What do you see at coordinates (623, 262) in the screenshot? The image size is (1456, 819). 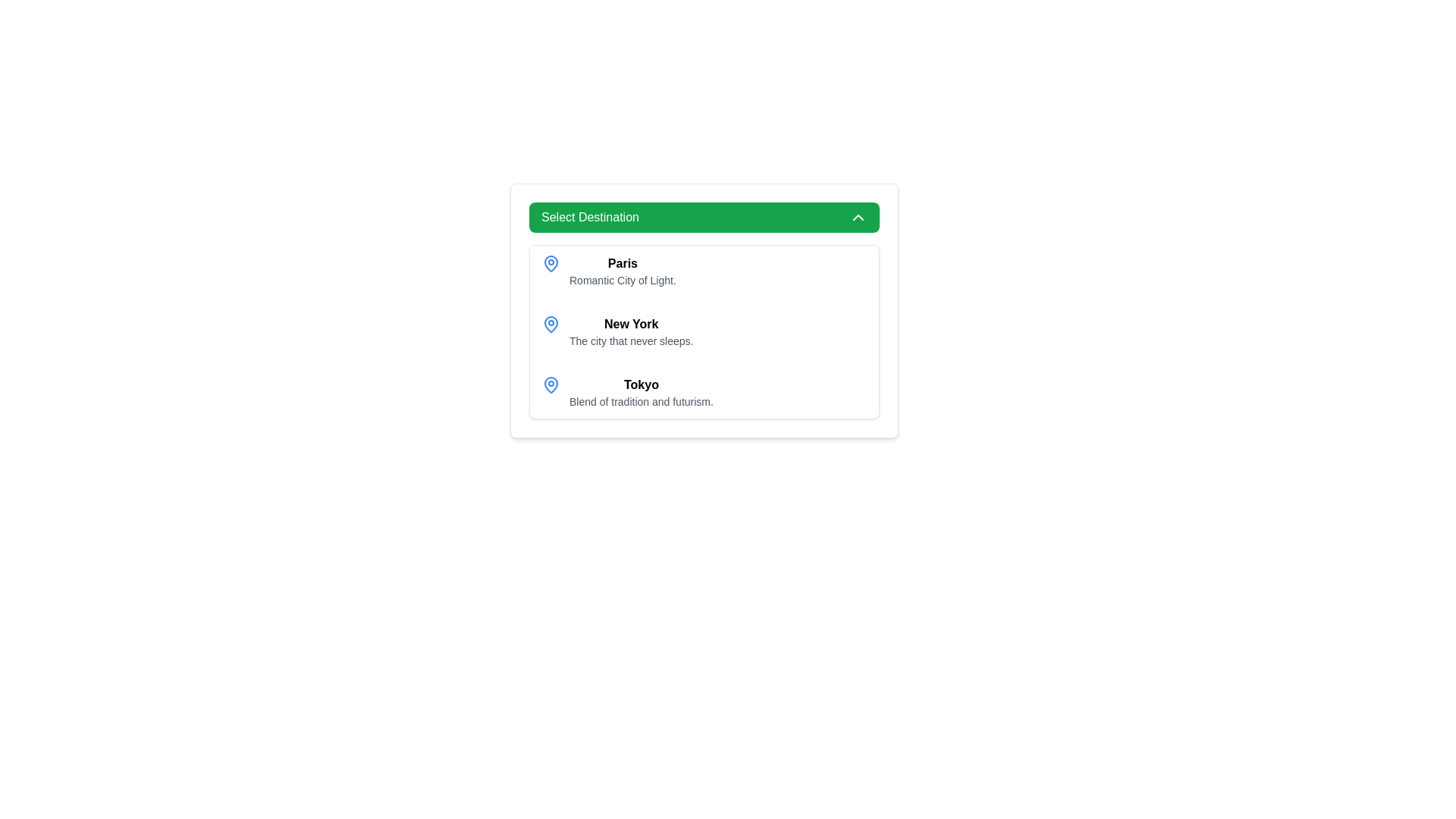 I see `the text label reading 'Paris'` at bounding box center [623, 262].